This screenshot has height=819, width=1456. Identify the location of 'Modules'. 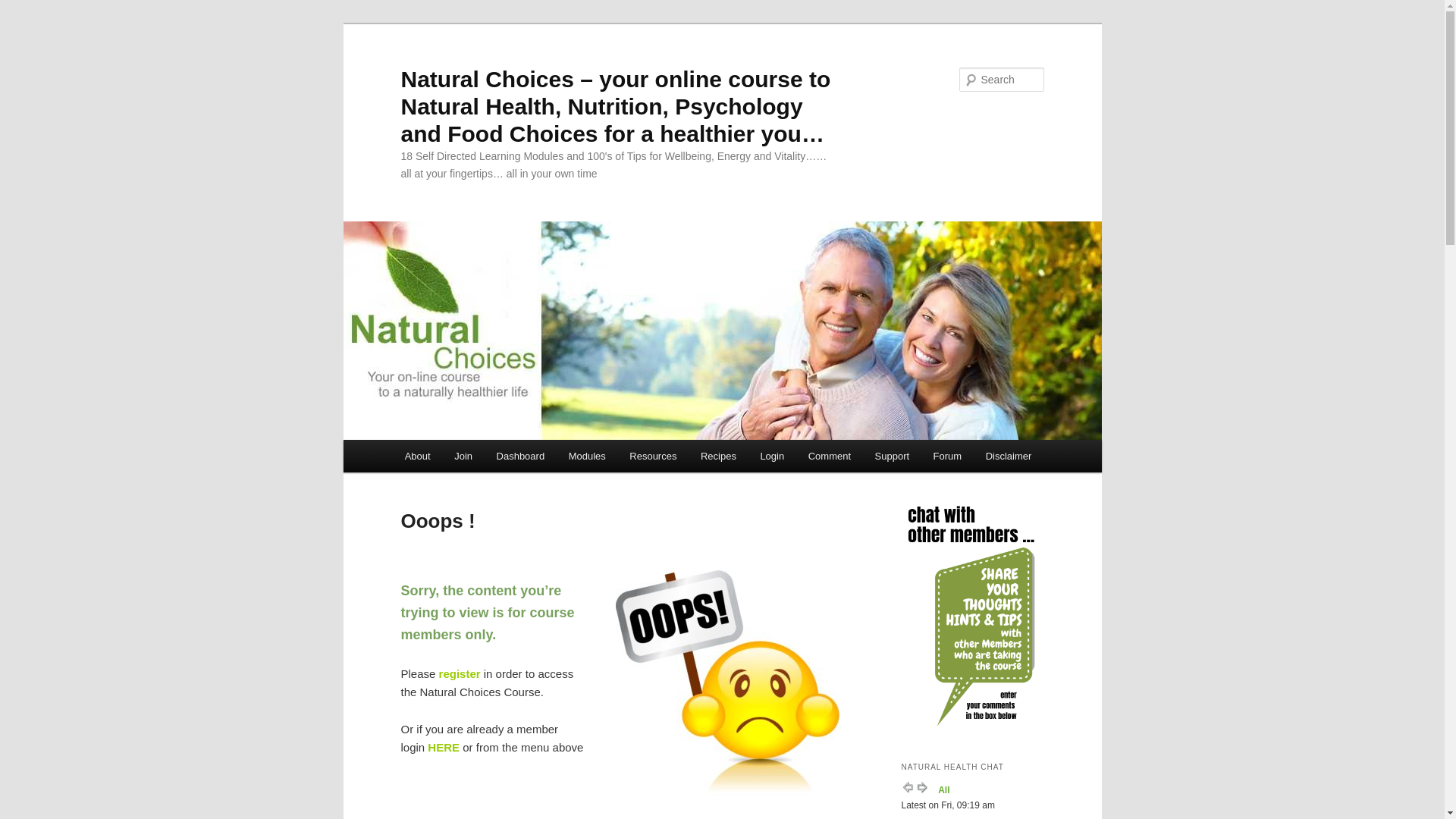
(556, 455).